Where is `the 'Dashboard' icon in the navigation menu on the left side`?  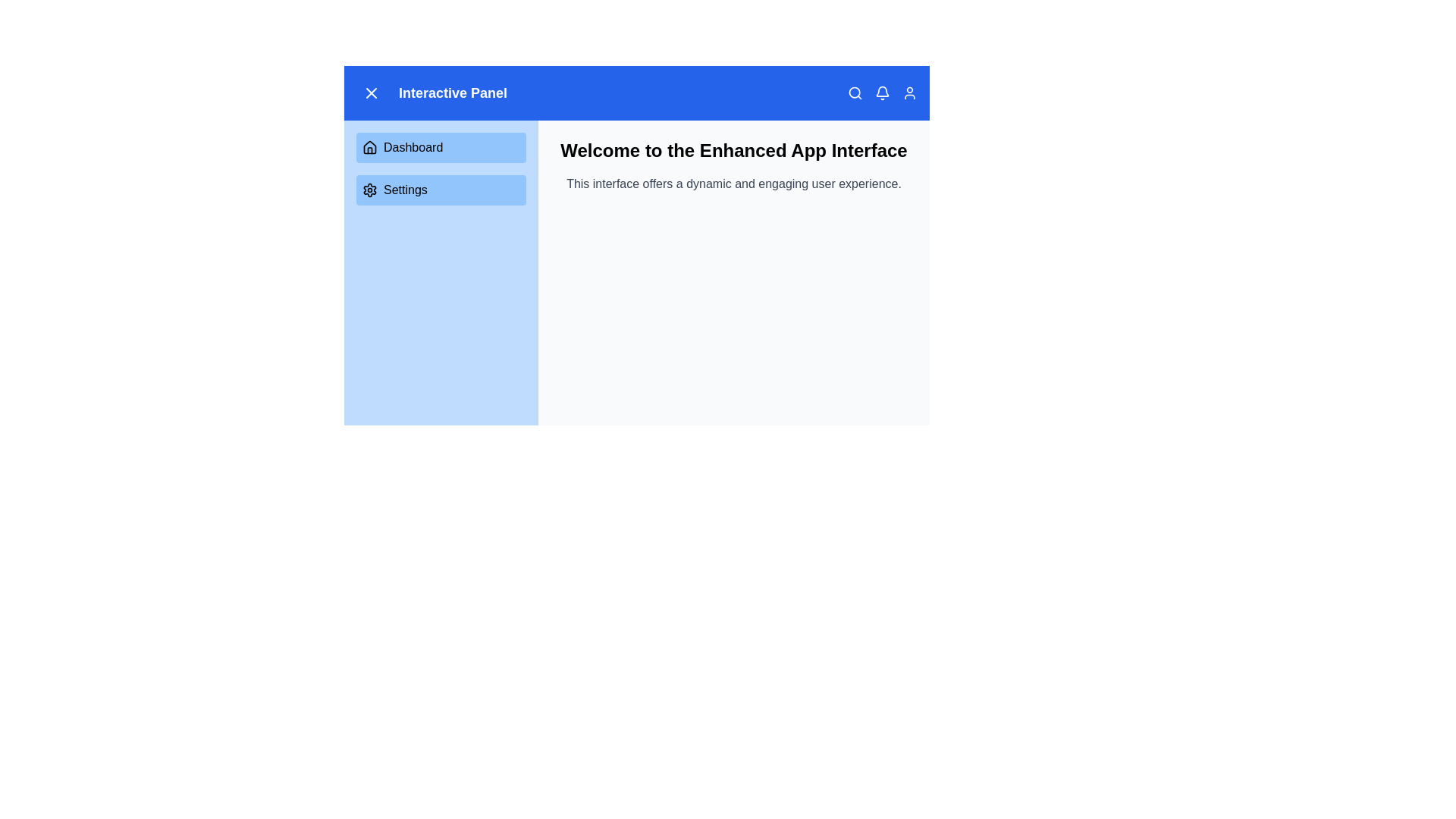
the 'Dashboard' icon in the navigation menu on the left side is located at coordinates (370, 148).